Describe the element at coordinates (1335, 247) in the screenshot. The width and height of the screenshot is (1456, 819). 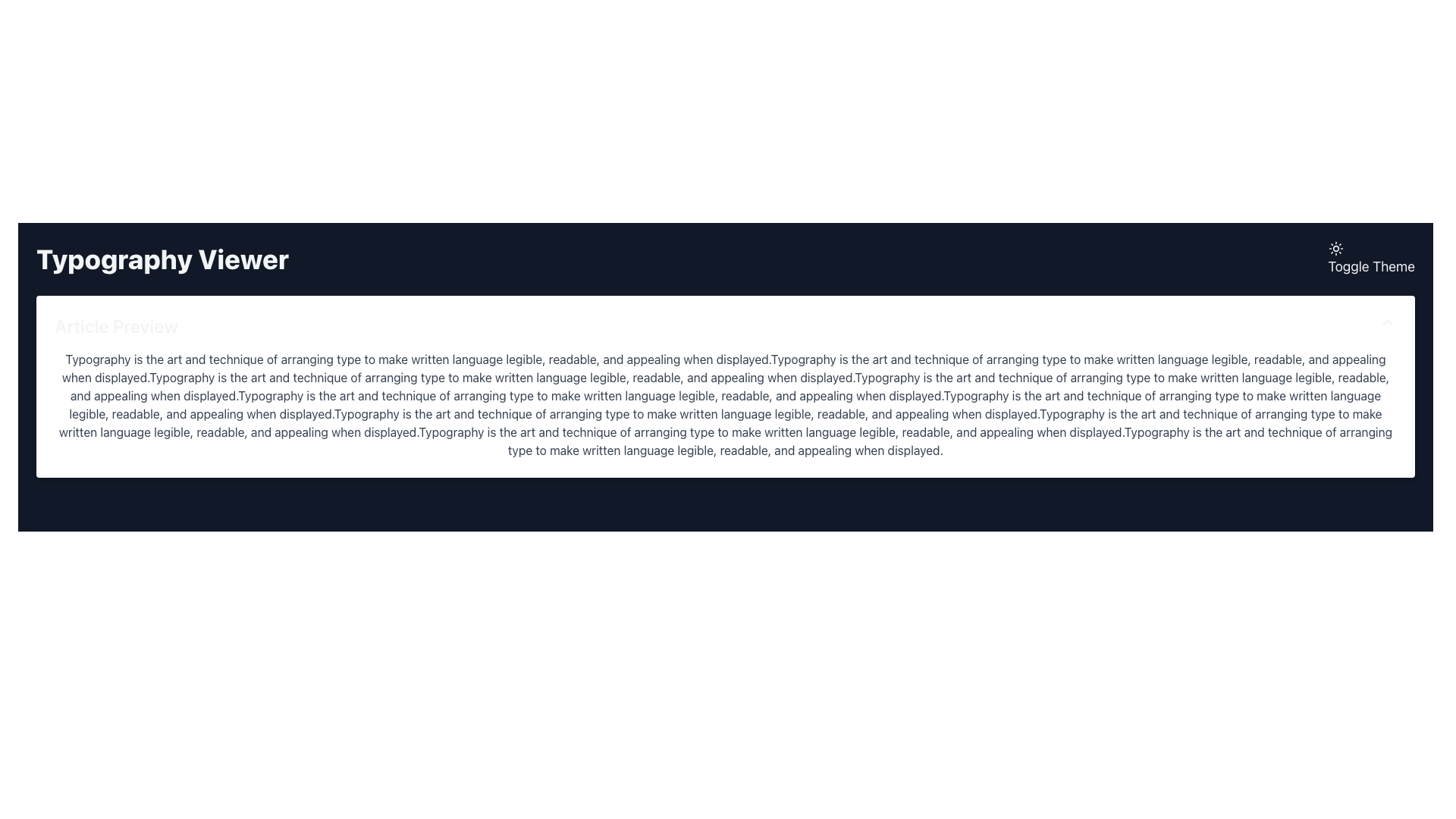
I see `the icon resembling a sun` at that location.